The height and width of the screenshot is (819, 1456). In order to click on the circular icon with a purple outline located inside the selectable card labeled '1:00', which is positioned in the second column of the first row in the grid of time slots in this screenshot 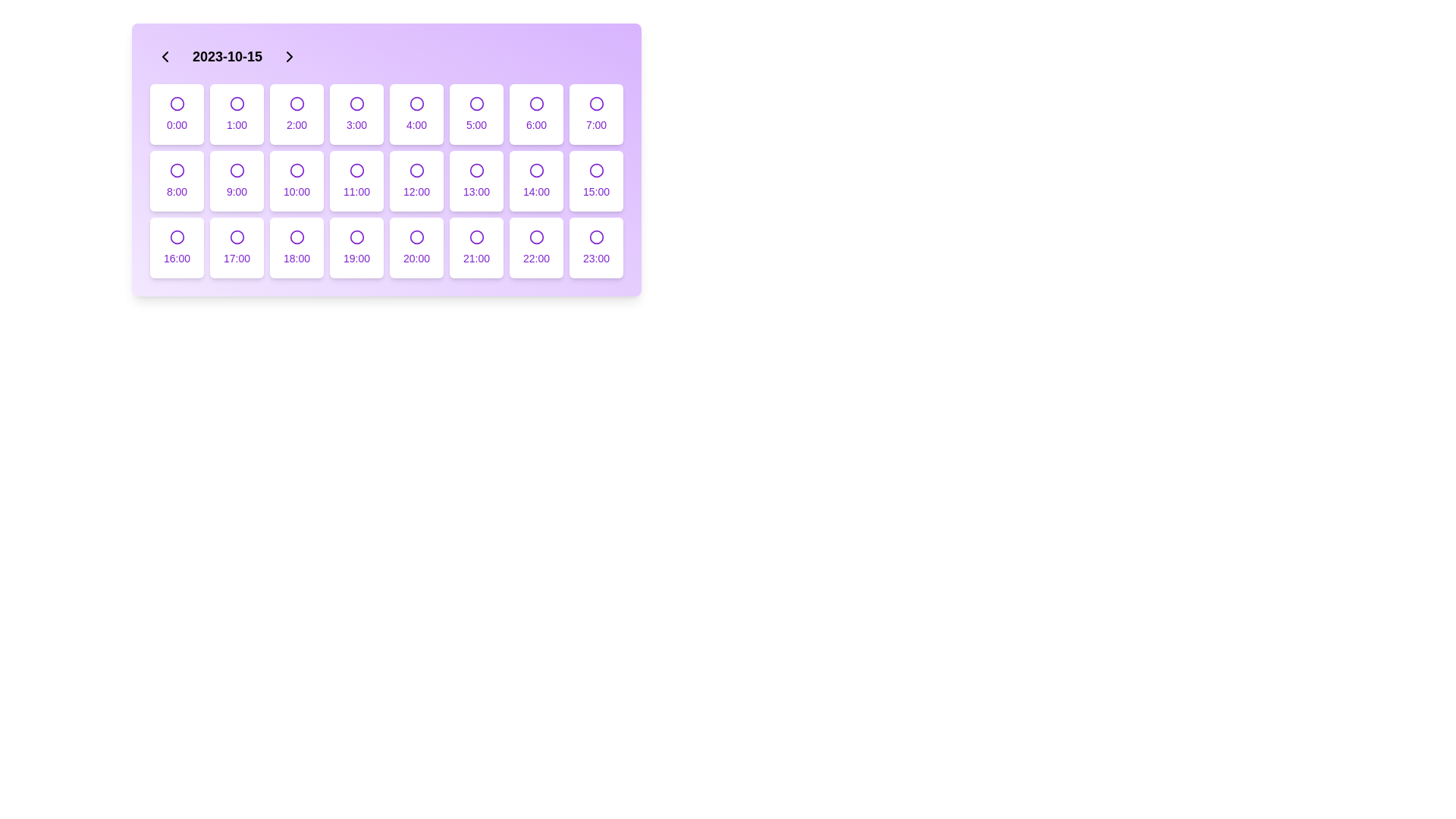, I will do `click(236, 103)`.